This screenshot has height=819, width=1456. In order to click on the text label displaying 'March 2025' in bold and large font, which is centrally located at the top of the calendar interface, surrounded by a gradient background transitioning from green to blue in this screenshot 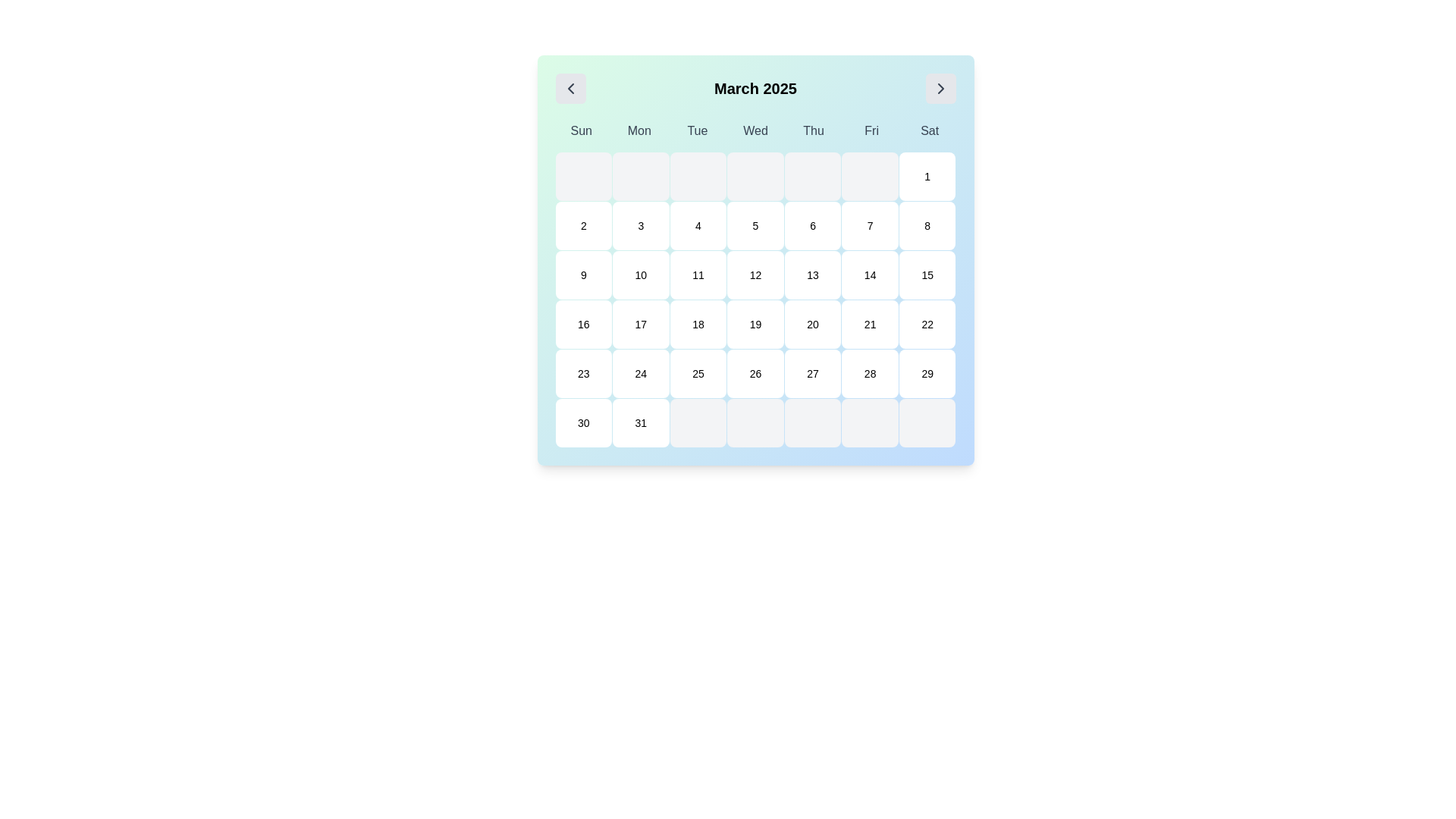, I will do `click(755, 88)`.